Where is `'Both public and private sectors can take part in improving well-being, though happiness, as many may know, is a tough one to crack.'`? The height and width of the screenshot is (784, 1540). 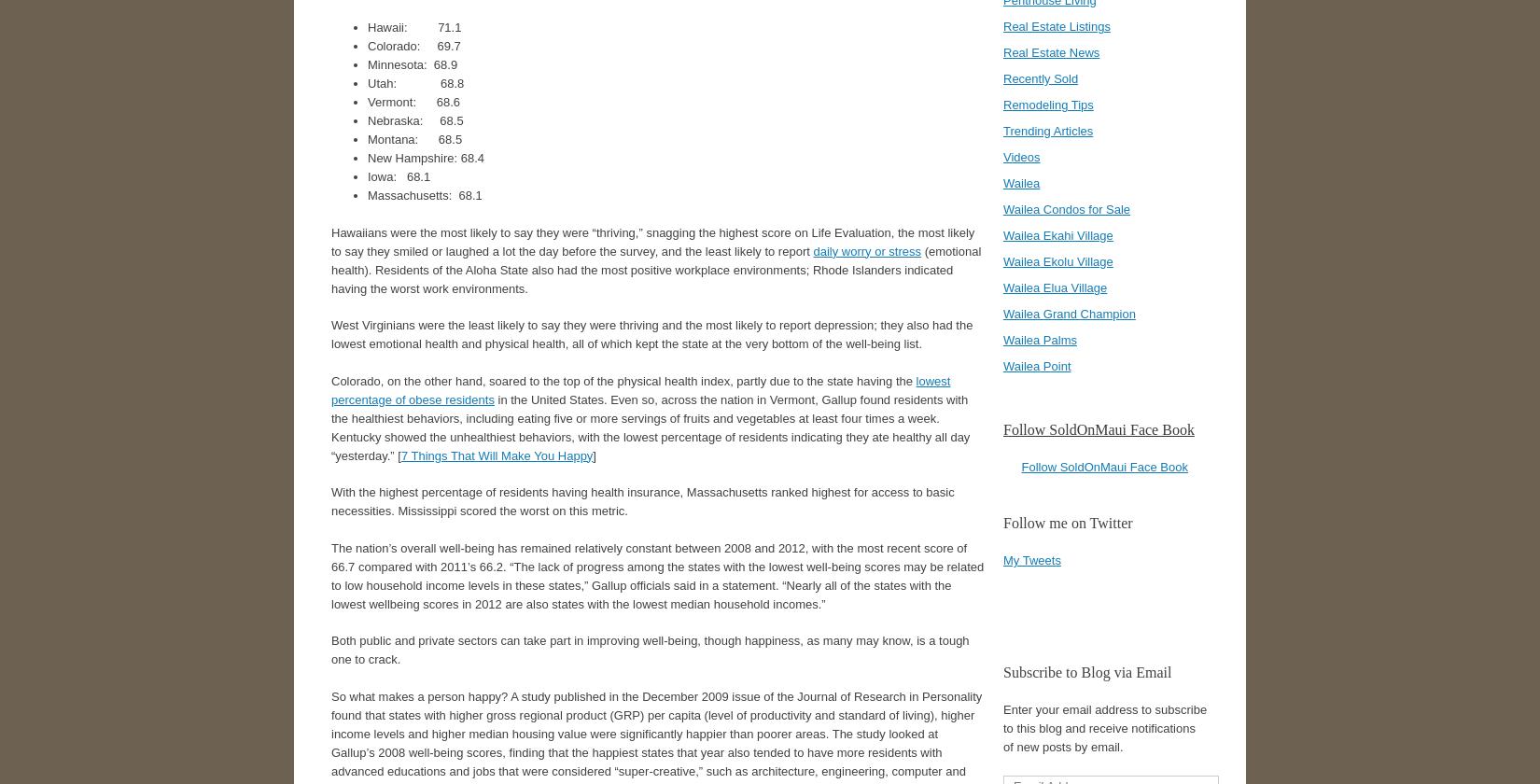
'Both public and private sectors can take part in improving well-being, though happiness, as many may know, is a tough one to crack.' is located at coordinates (649, 650).